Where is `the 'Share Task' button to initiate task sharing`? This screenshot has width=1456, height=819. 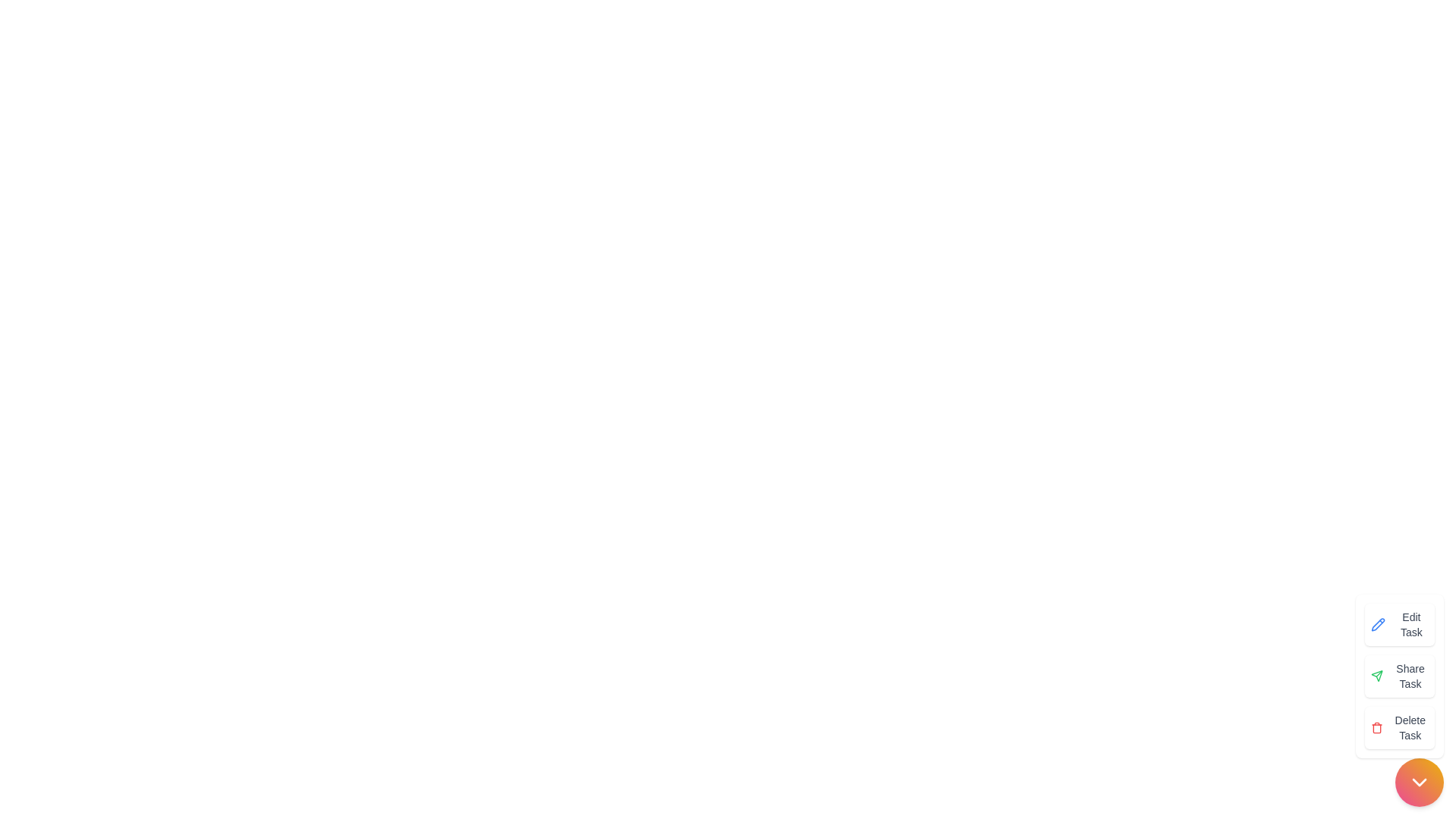
the 'Share Task' button to initiate task sharing is located at coordinates (1398, 675).